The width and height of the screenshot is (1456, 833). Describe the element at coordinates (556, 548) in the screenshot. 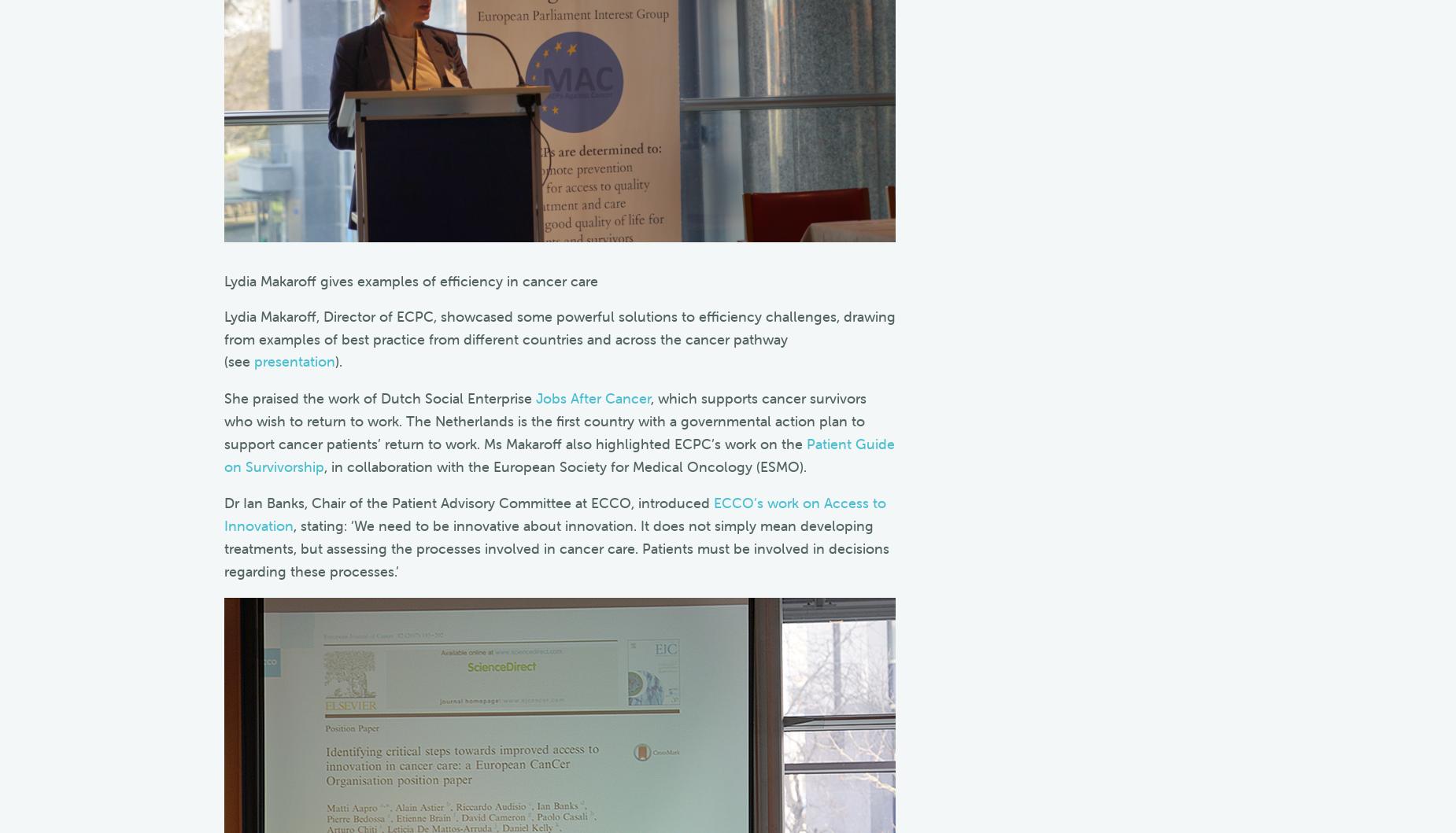

I see `', stating: ‘We need to be innovative about innovation. It does not simply mean developing treatments, but assessing the processes involved in cancer care. Patients must be involved in decisions regarding these processes.’'` at that location.